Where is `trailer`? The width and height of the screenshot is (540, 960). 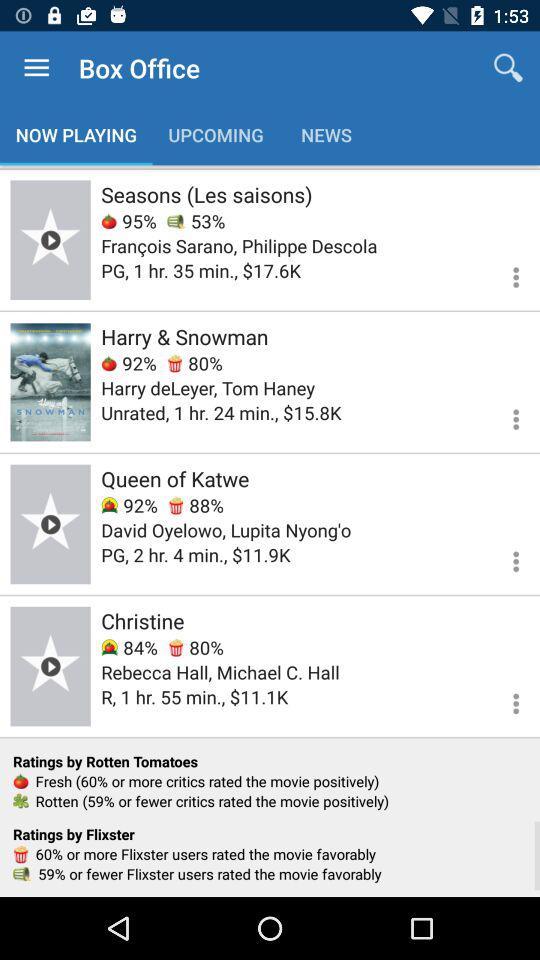 trailer is located at coordinates (50, 523).